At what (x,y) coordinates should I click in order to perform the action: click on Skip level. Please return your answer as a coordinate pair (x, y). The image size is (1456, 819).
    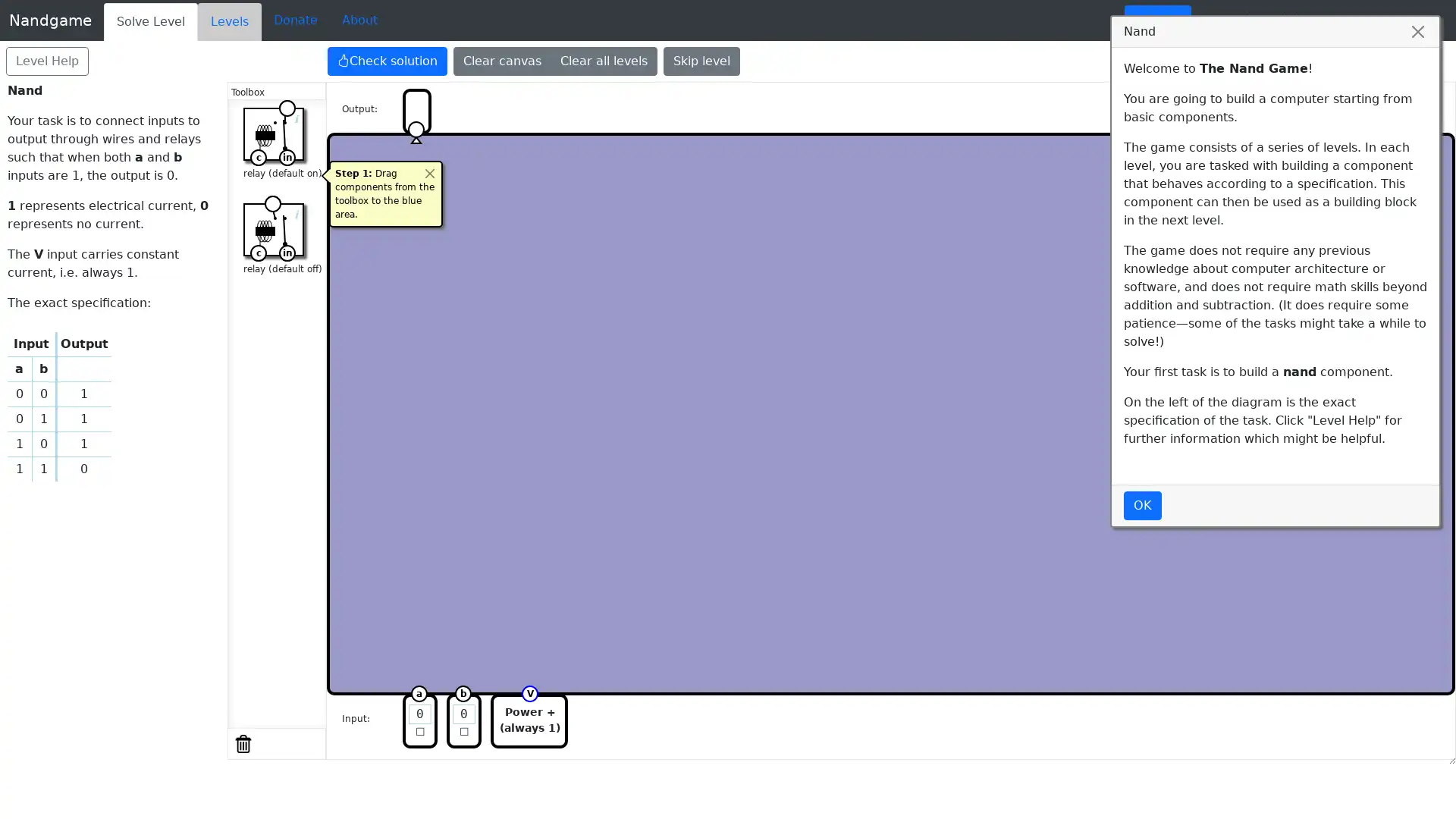
    Looking at the image, I should click on (701, 61).